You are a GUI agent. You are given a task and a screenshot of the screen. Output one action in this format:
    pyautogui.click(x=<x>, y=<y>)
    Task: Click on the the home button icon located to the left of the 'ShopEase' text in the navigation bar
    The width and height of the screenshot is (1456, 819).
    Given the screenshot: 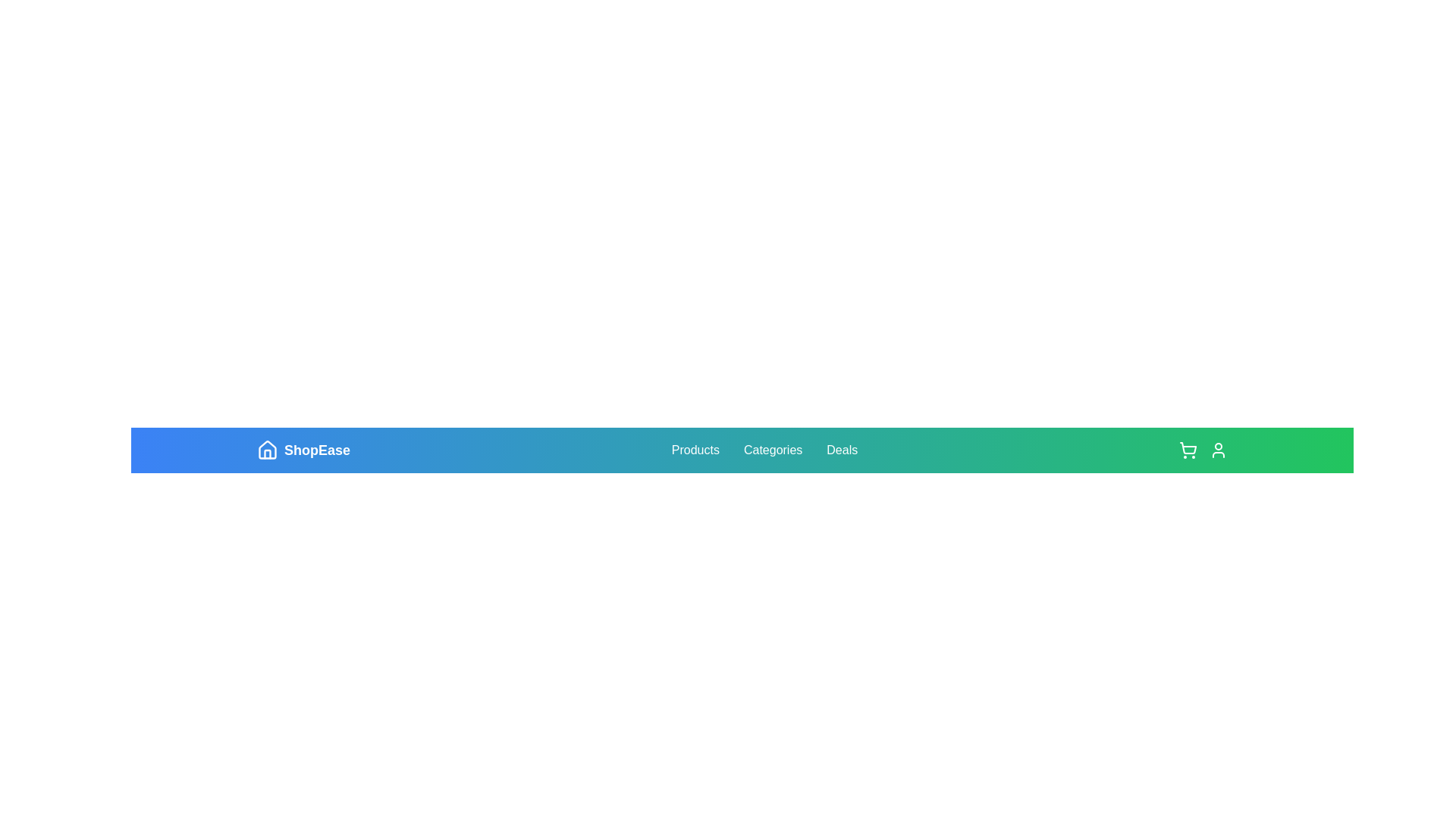 What is the action you would take?
    pyautogui.click(x=268, y=450)
    